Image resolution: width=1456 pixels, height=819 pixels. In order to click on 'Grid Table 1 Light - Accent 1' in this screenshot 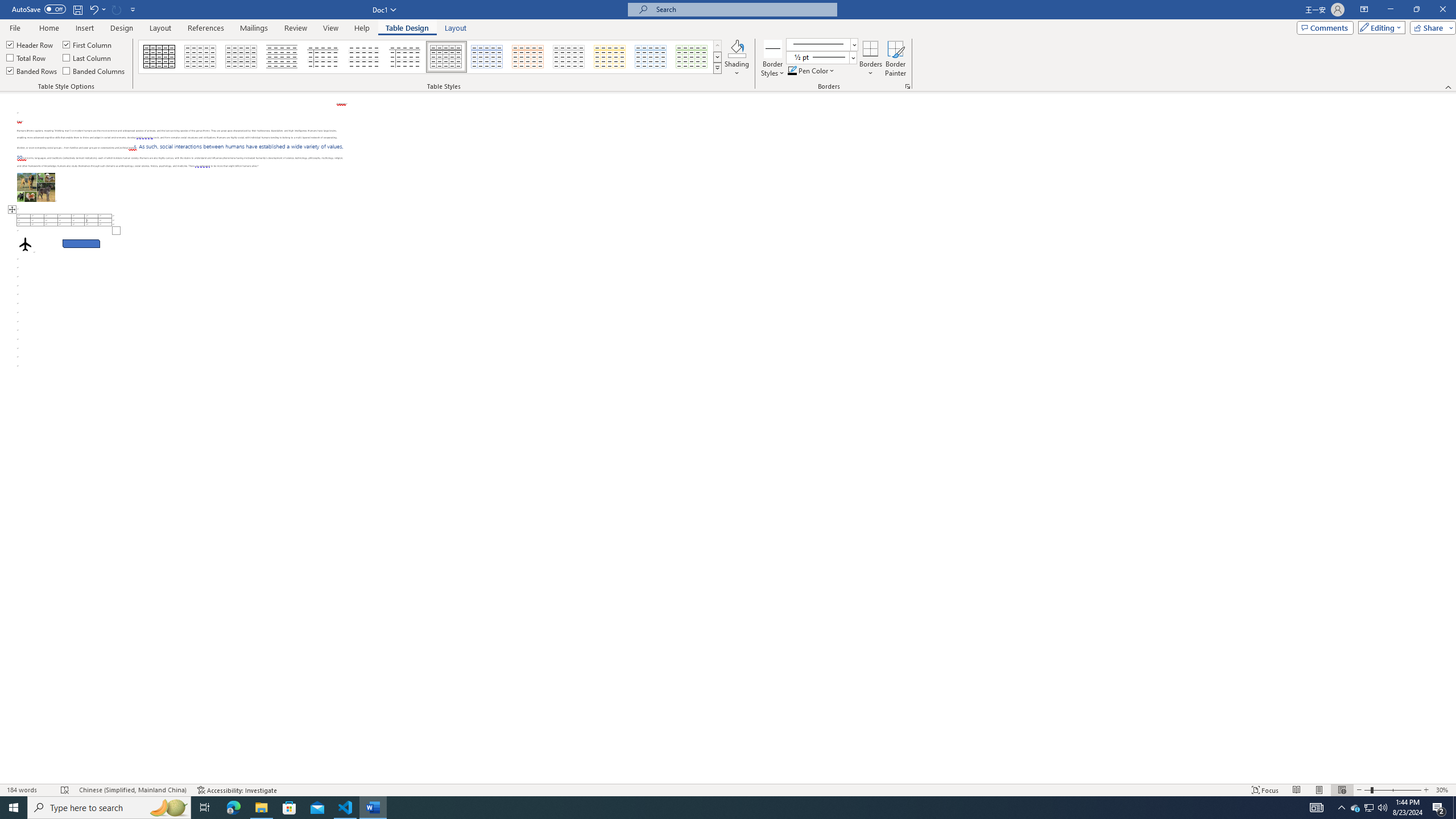, I will do `click(487, 56)`.